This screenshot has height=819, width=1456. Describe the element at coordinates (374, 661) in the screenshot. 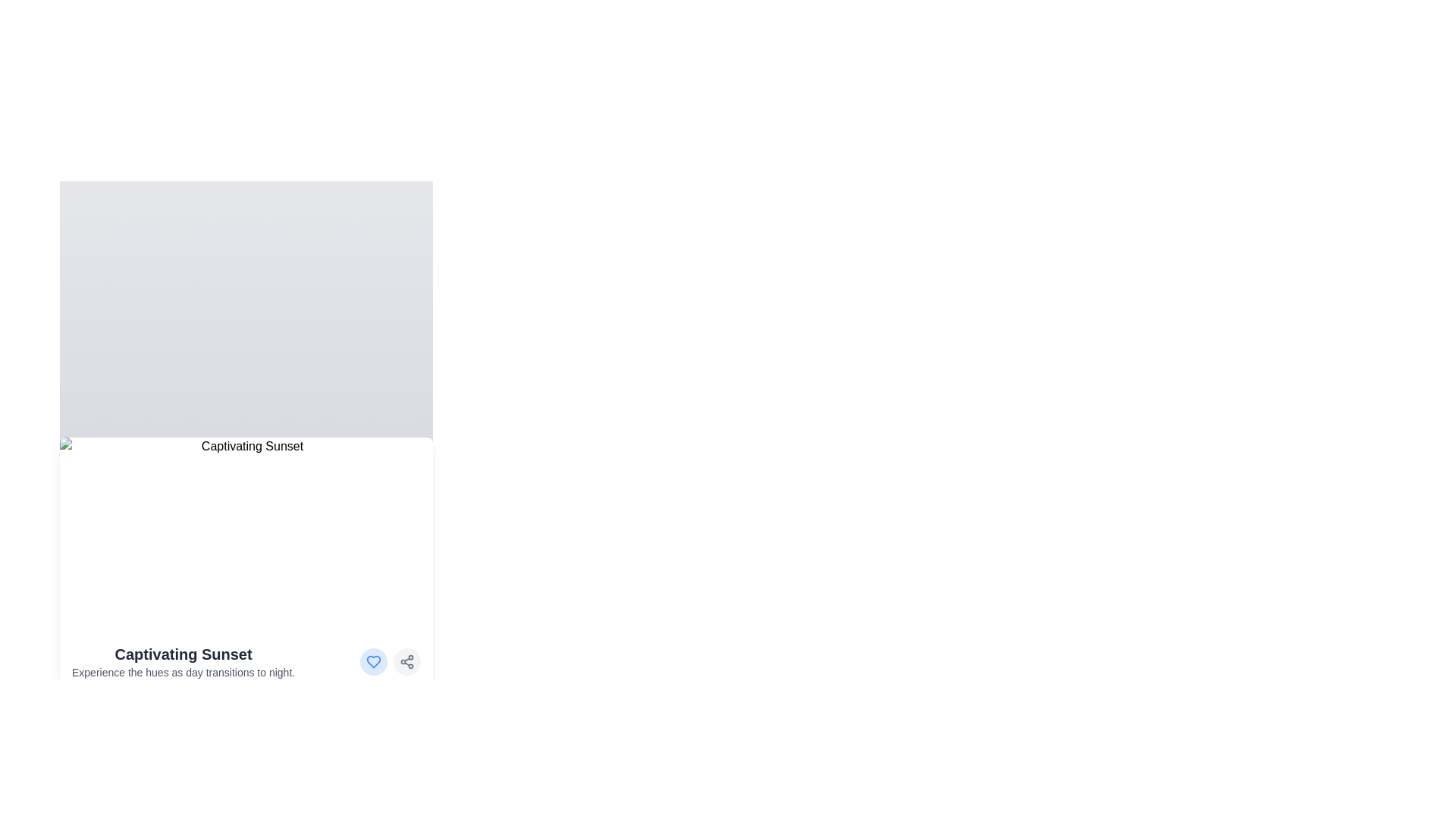

I see `the rounded blue button with a heart icon located at the bottom-right corner of the 'Captivating Sunset' card to like the item` at that location.